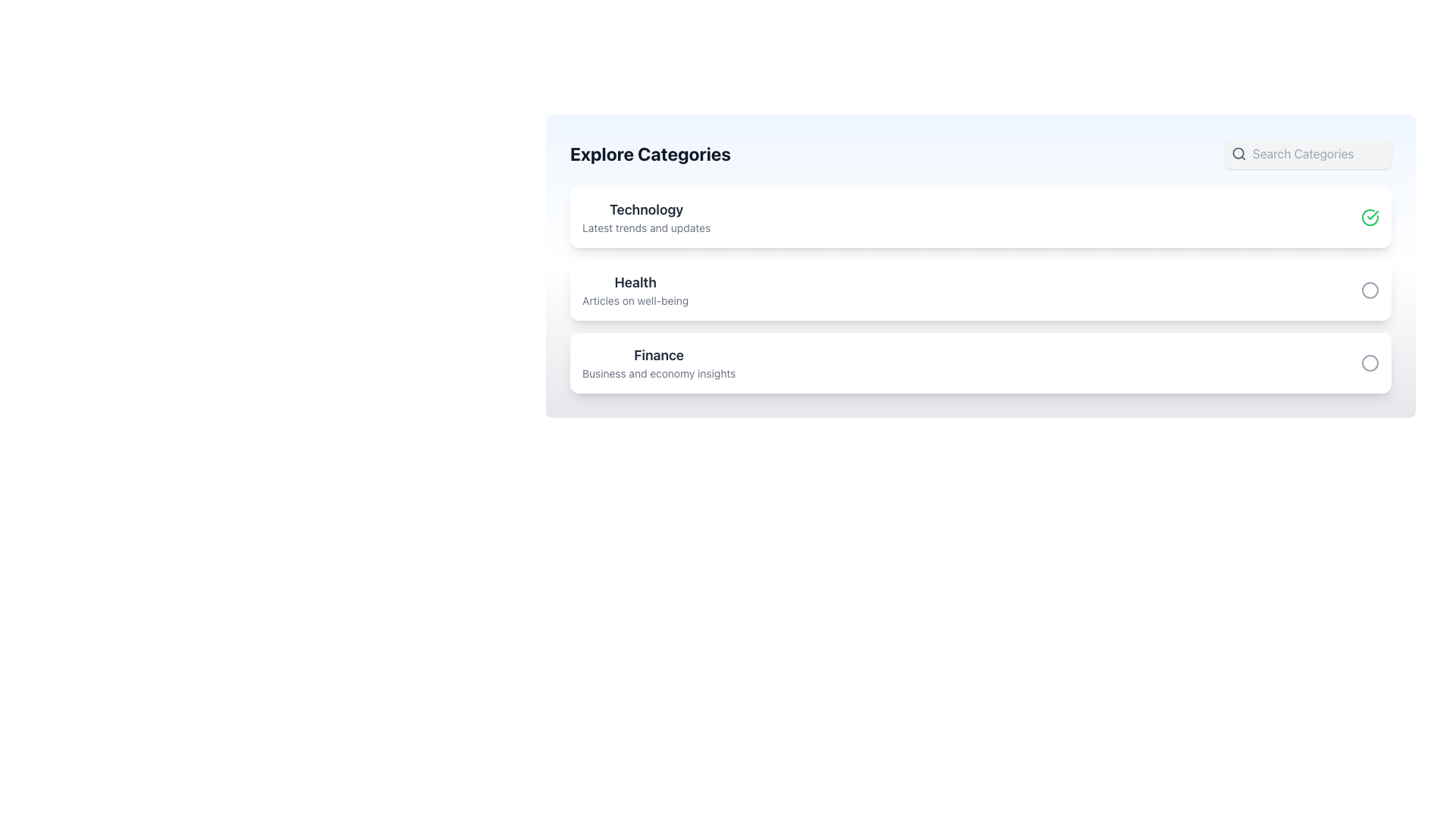 This screenshot has height=819, width=1456. Describe the element at coordinates (646, 217) in the screenshot. I see `the text block displaying 'Technology' and 'Latest trends and updates', which is the first item in a vertically stacked list of cards` at that location.